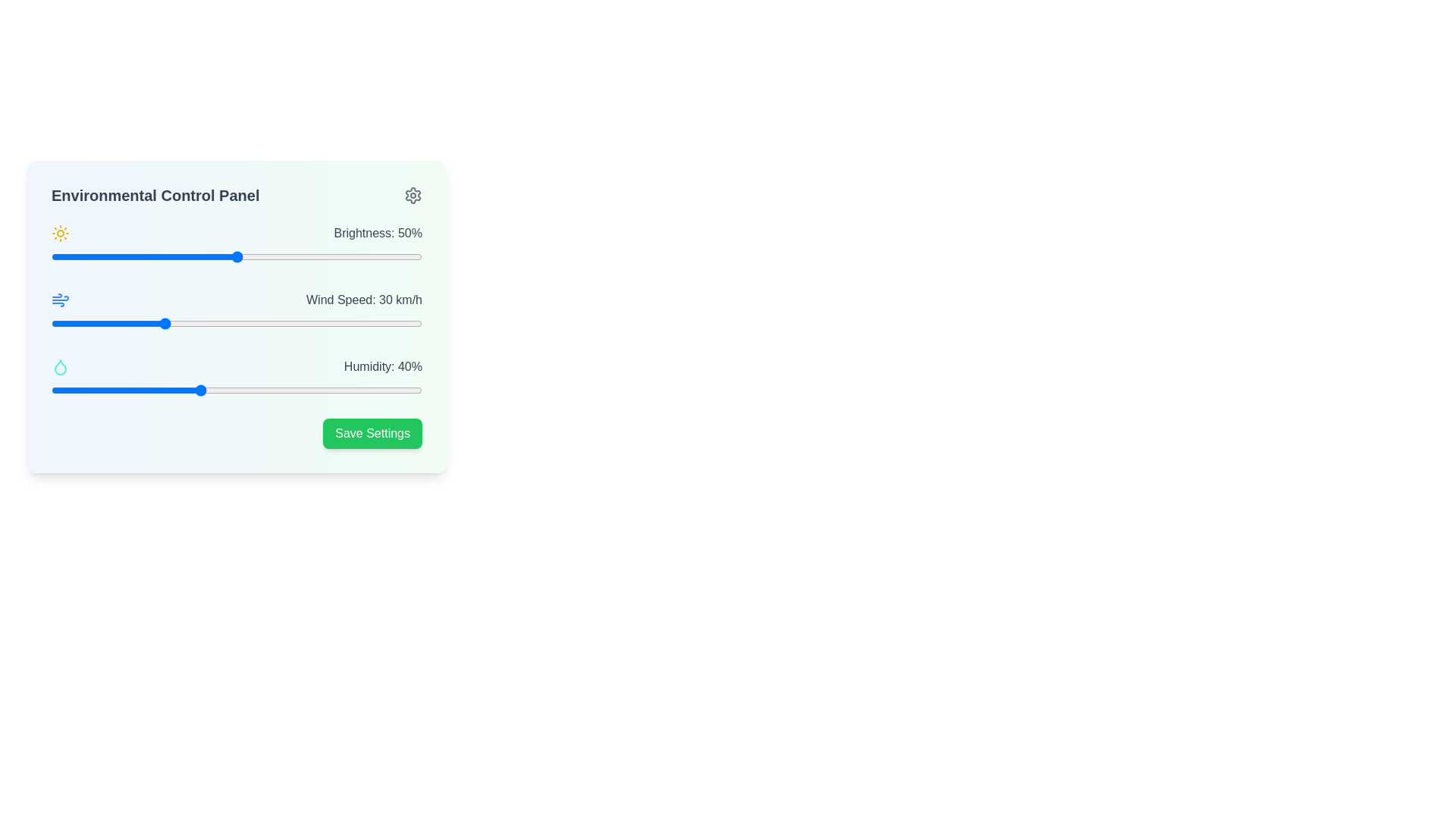 The image size is (1456, 819). Describe the element at coordinates (210, 323) in the screenshot. I see `the wind speed` at that location.